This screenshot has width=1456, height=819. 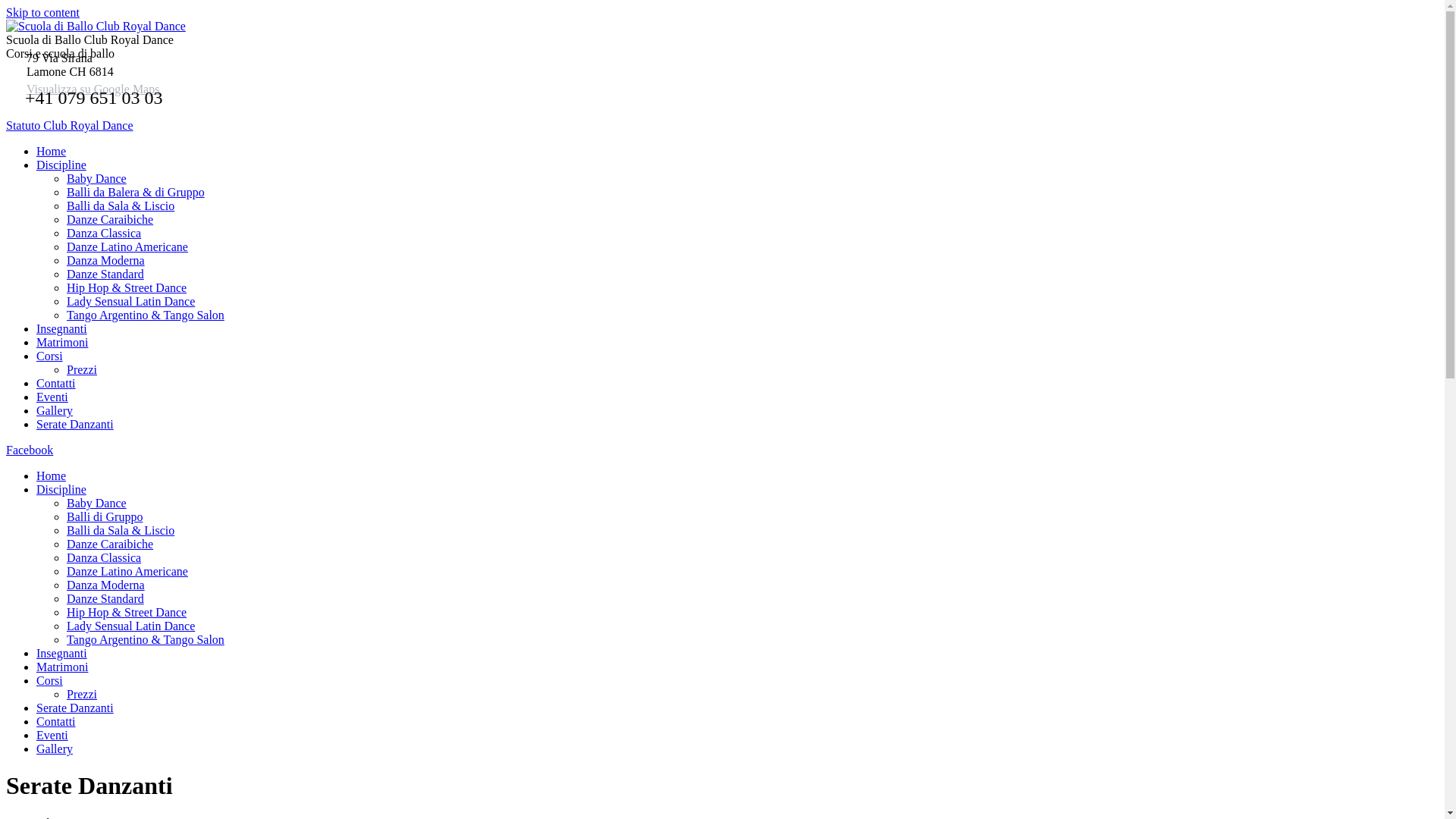 I want to click on 'Danze Caraibiche', so click(x=65, y=543).